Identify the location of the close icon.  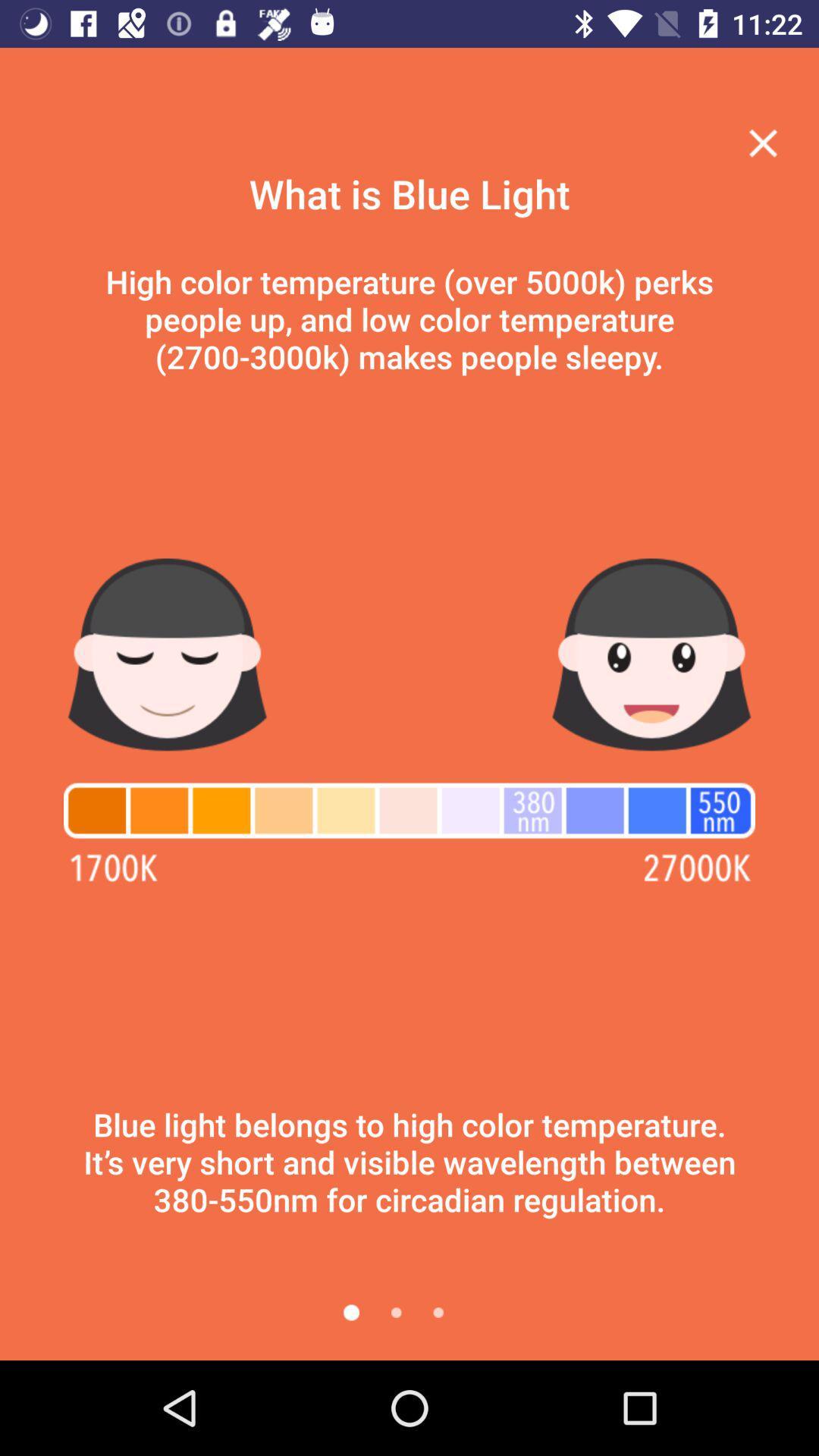
(763, 143).